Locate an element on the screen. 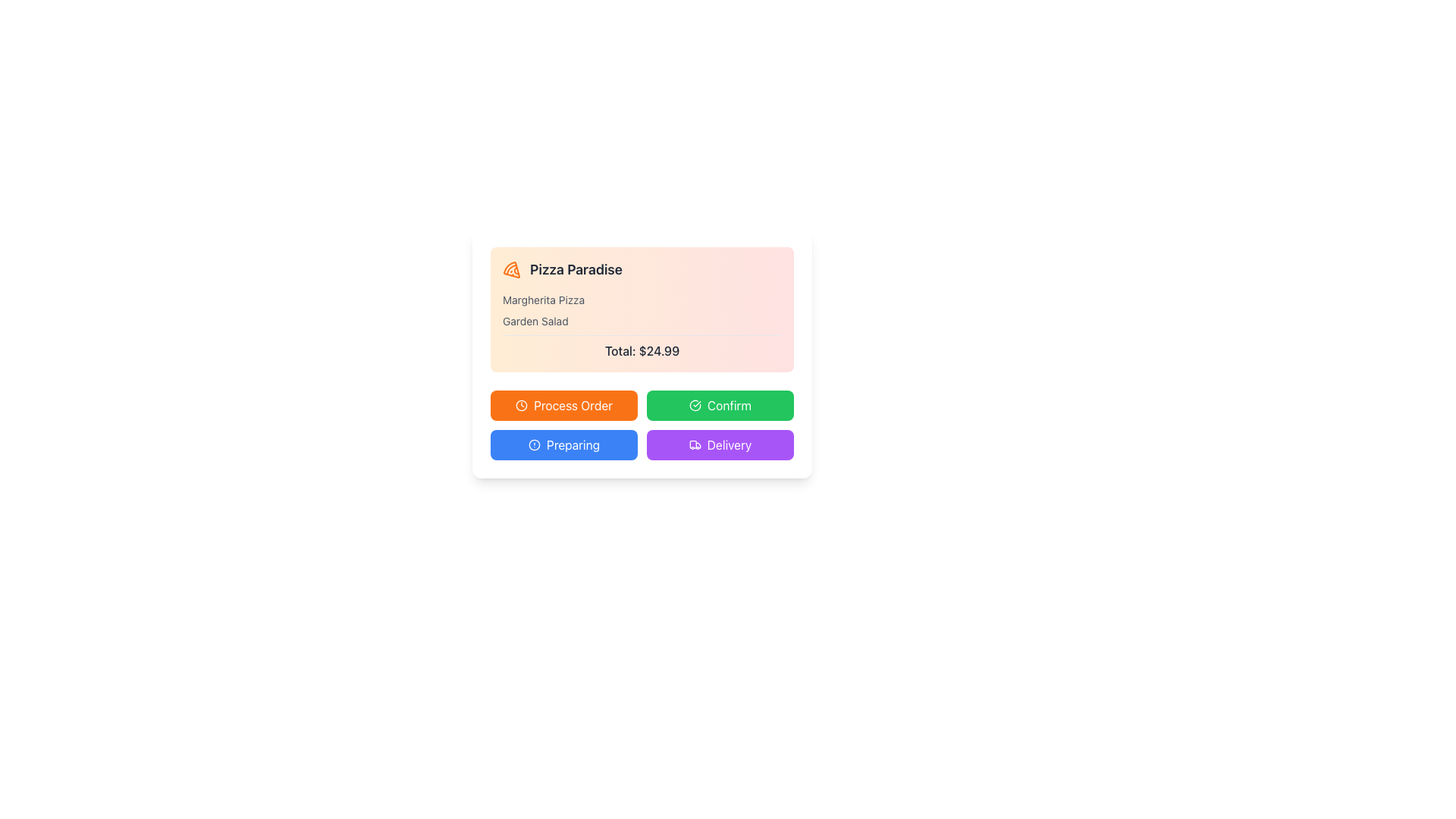 The width and height of the screenshot is (1456, 819). the text label that summarizes the total cost of the items, located centrally in the lower section of the card, below the item descriptions and above the action buttons is located at coordinates (642, 350).